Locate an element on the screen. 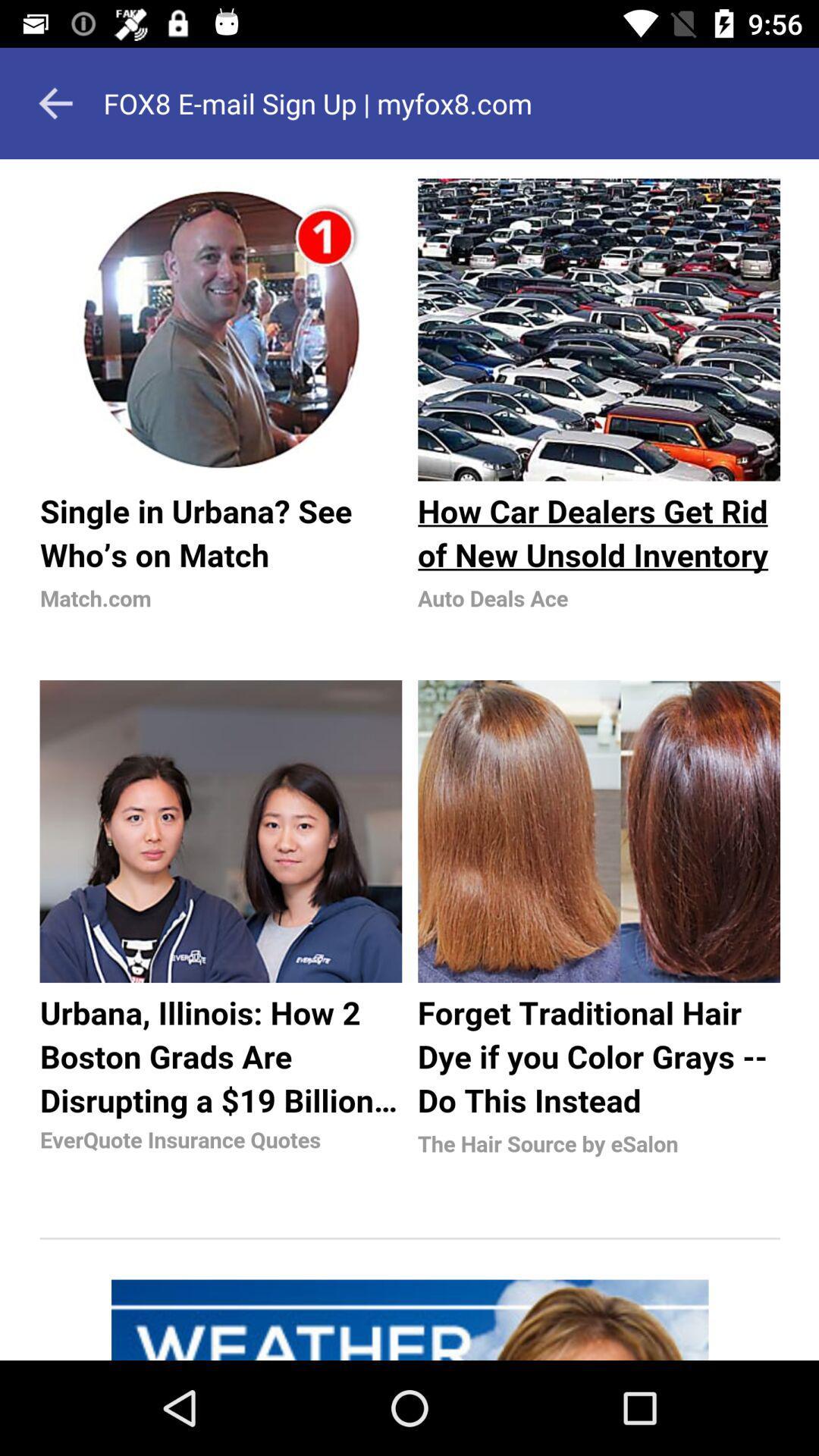 This screenshot has width=819, height=1456. read an article is located at coordinates (409, 760).